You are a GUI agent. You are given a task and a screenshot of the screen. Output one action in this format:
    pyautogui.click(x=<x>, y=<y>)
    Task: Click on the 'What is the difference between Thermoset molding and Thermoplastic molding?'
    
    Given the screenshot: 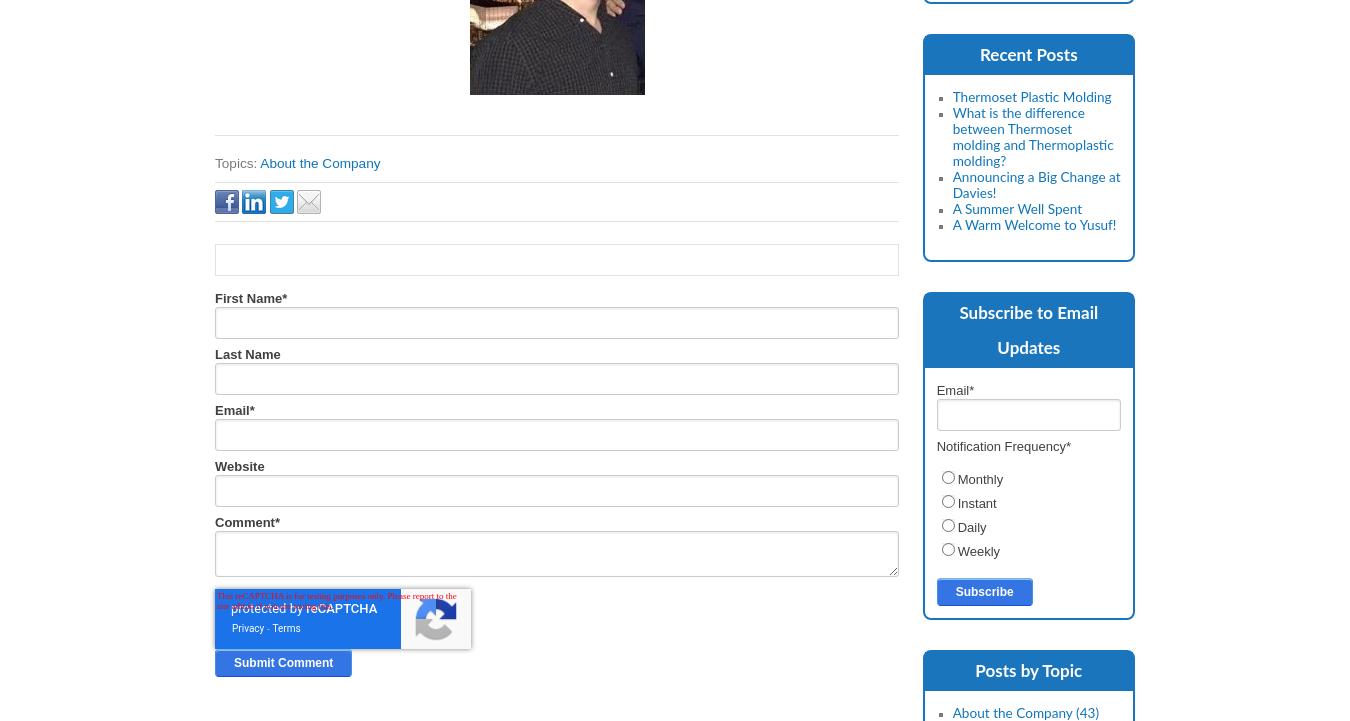 What is the action you would take?
    pyautogui.click(x=1032, y=137)
    